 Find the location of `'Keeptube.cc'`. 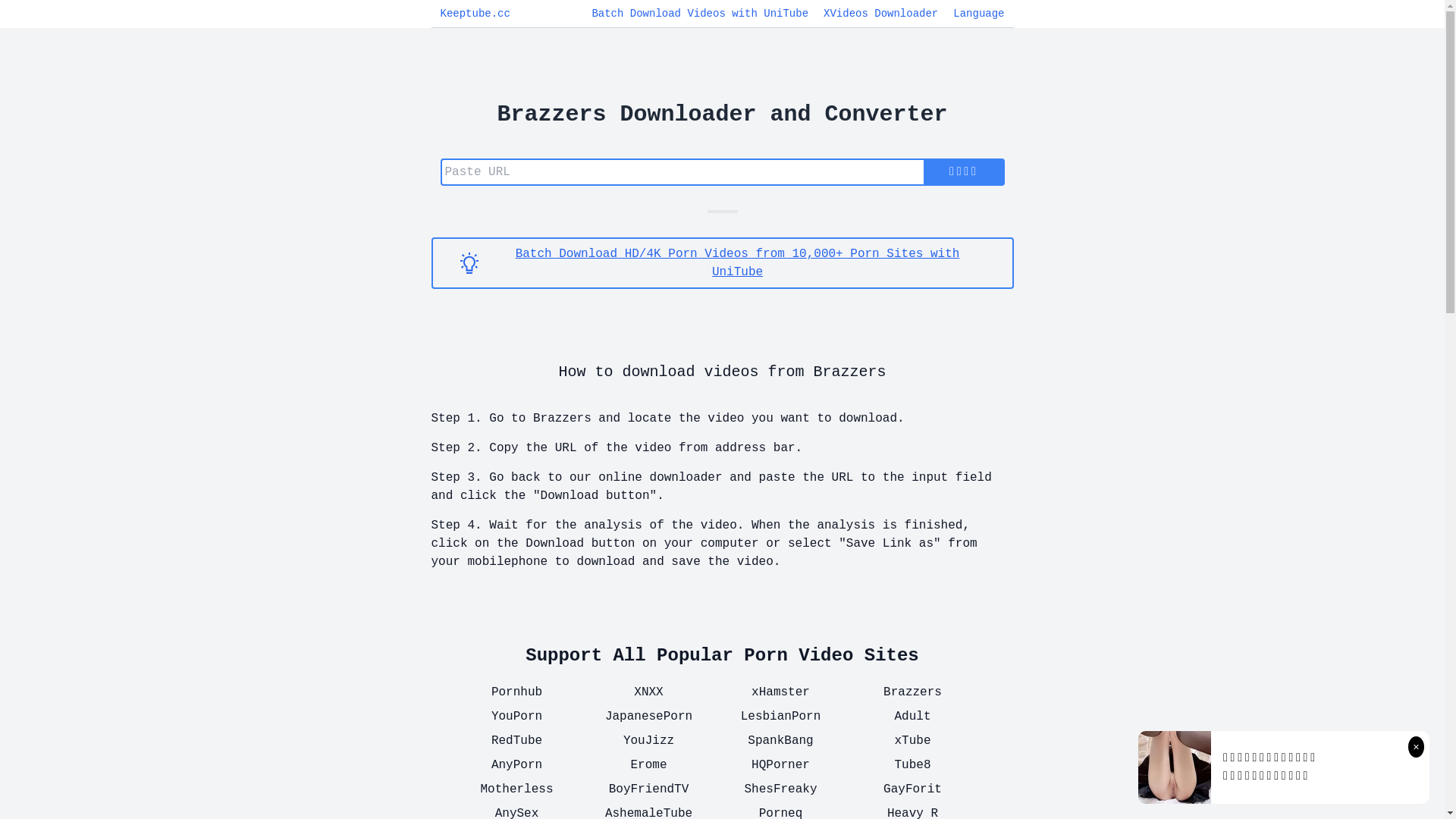

'Keeptube.cc' is located at coordinates (439, 14).